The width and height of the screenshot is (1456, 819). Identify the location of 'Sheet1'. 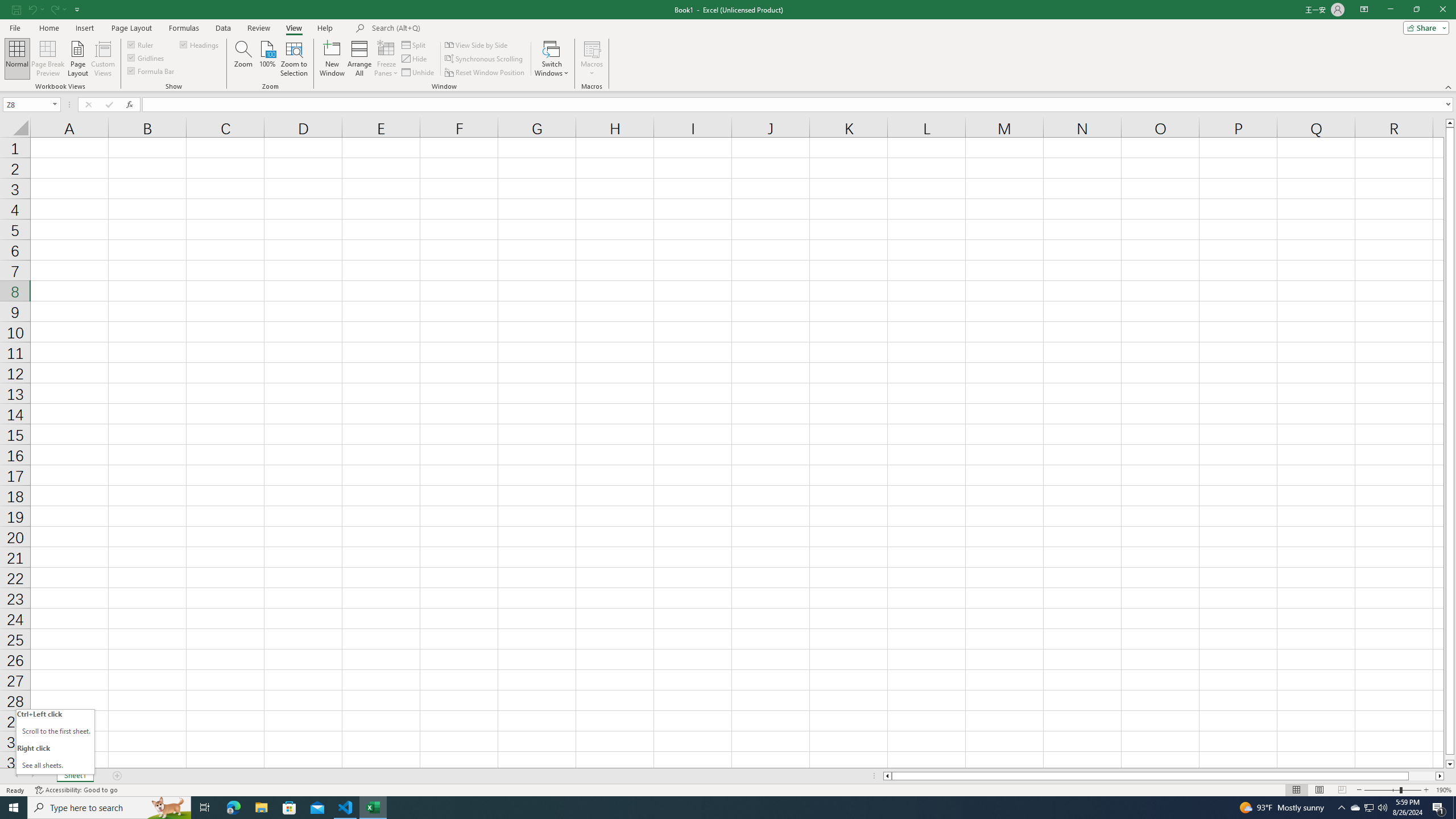
(74, 775).